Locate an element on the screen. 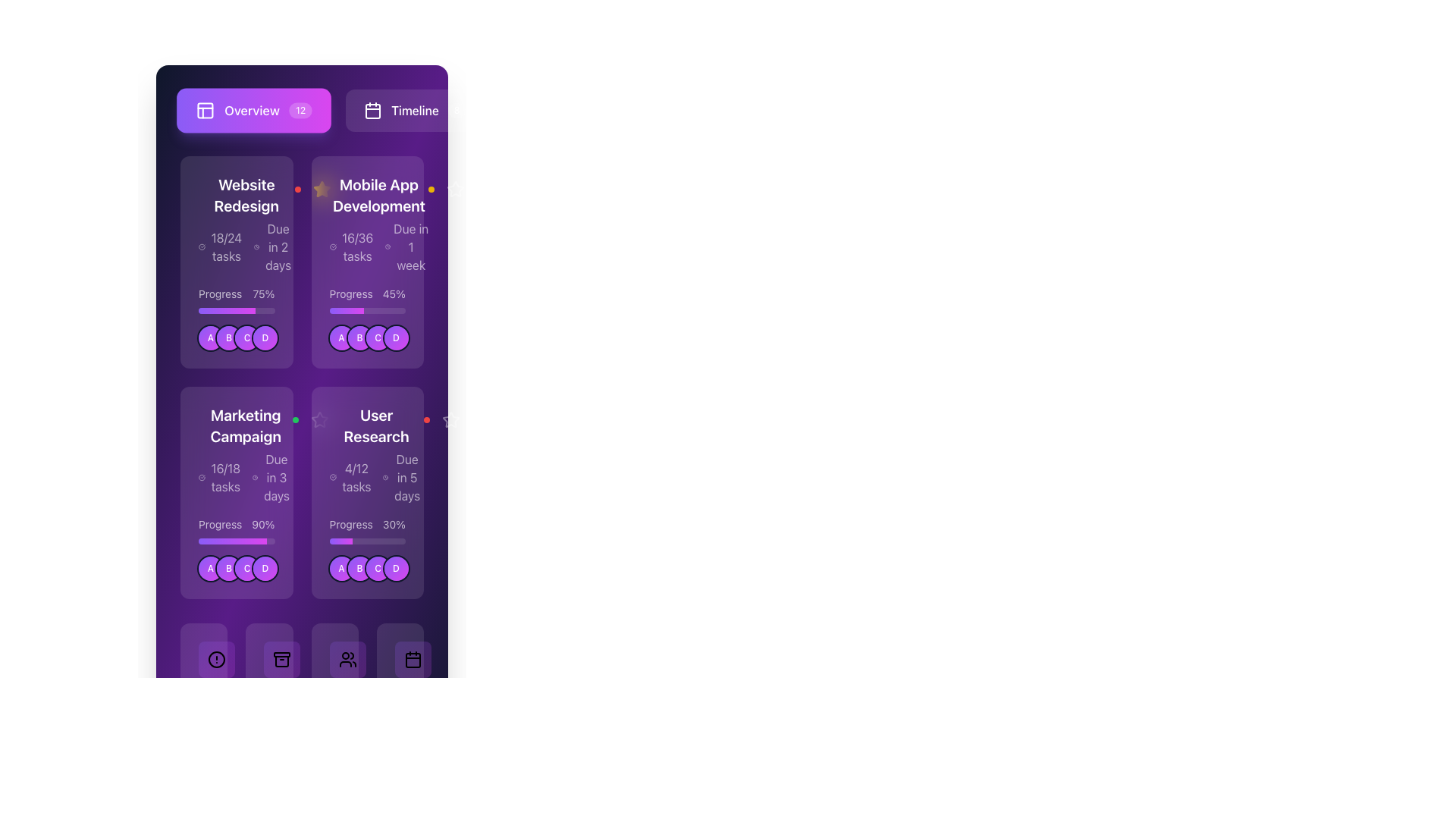  the second project card in the upper section of the interface is located at coordinates (378, 224).